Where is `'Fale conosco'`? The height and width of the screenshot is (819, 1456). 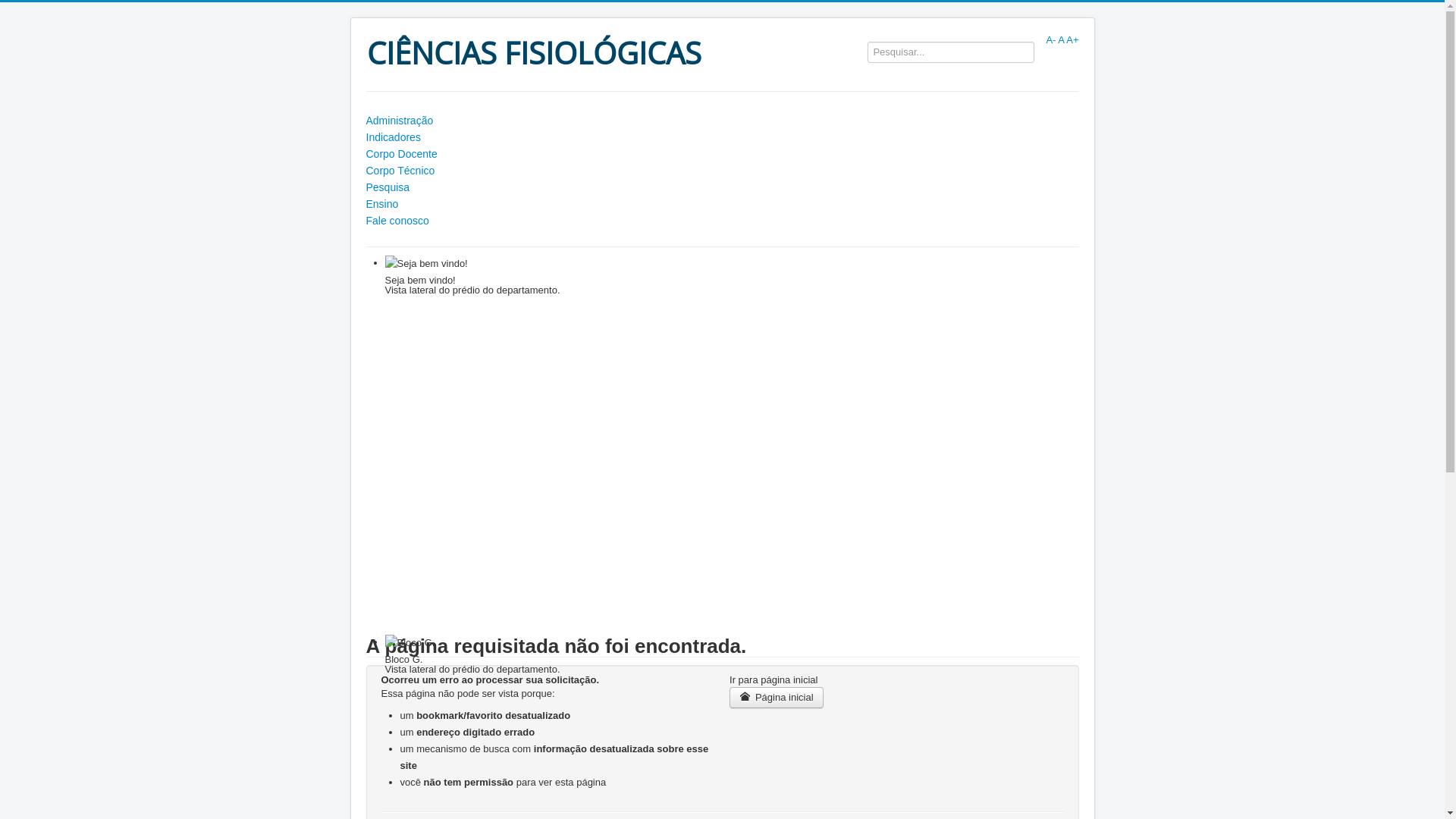
'Fale conosco' is located at coordinates (720, 220).